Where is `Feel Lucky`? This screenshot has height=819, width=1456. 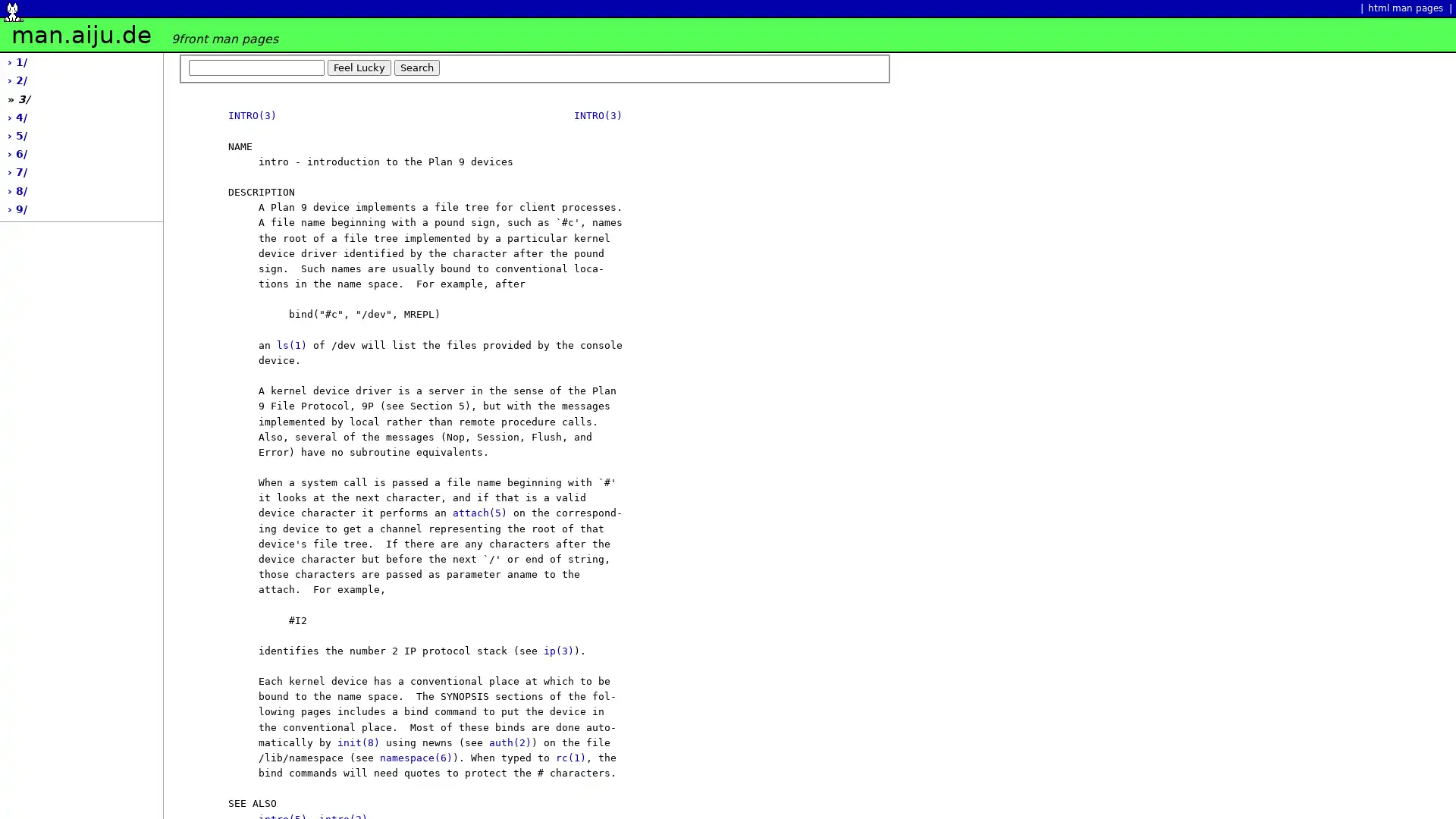 Feel Lucky is located at coordinates (359, 66).